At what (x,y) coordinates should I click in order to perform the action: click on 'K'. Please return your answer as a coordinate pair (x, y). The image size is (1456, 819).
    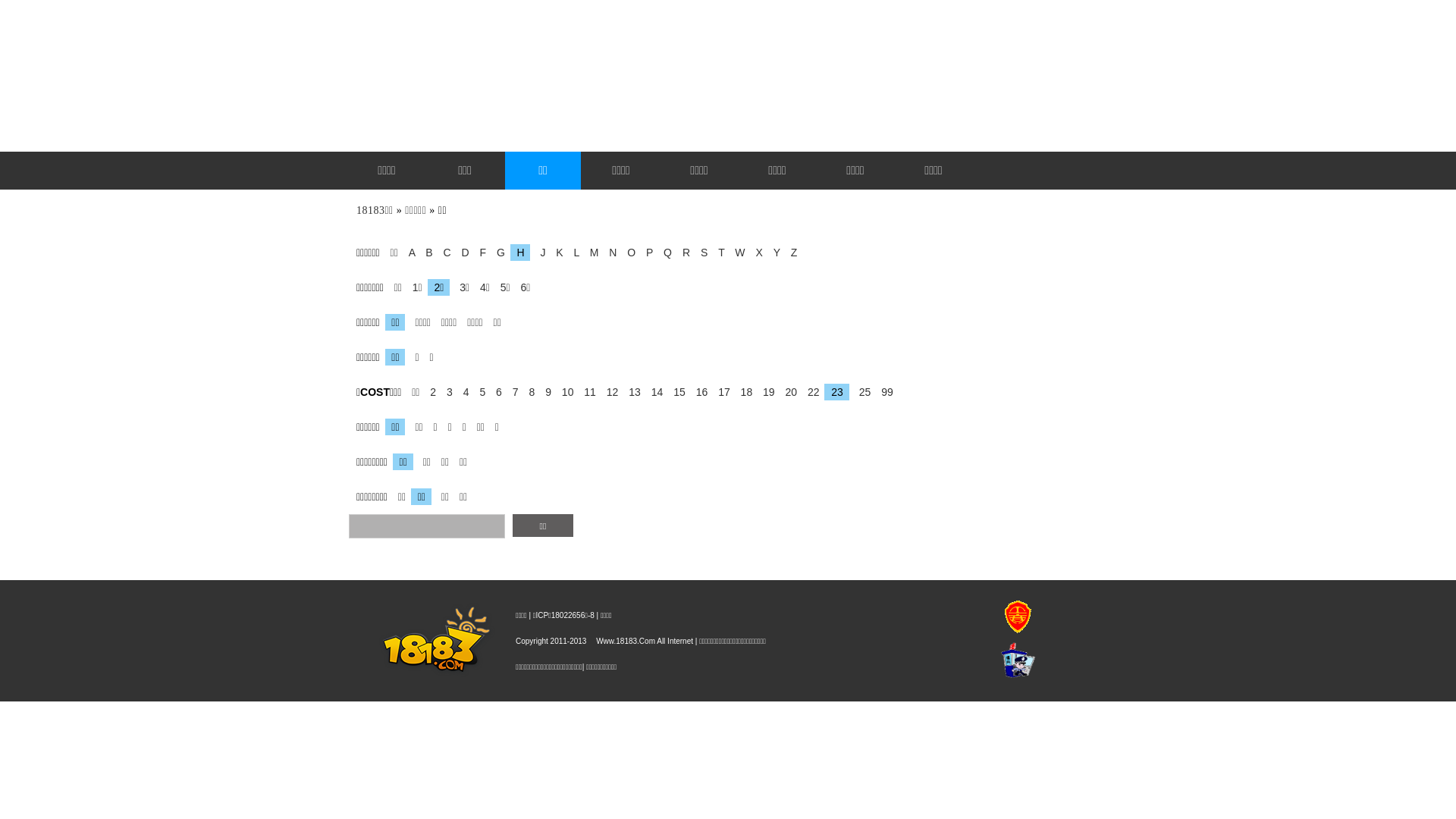
    Looking at the image, I should click on (554, 251).